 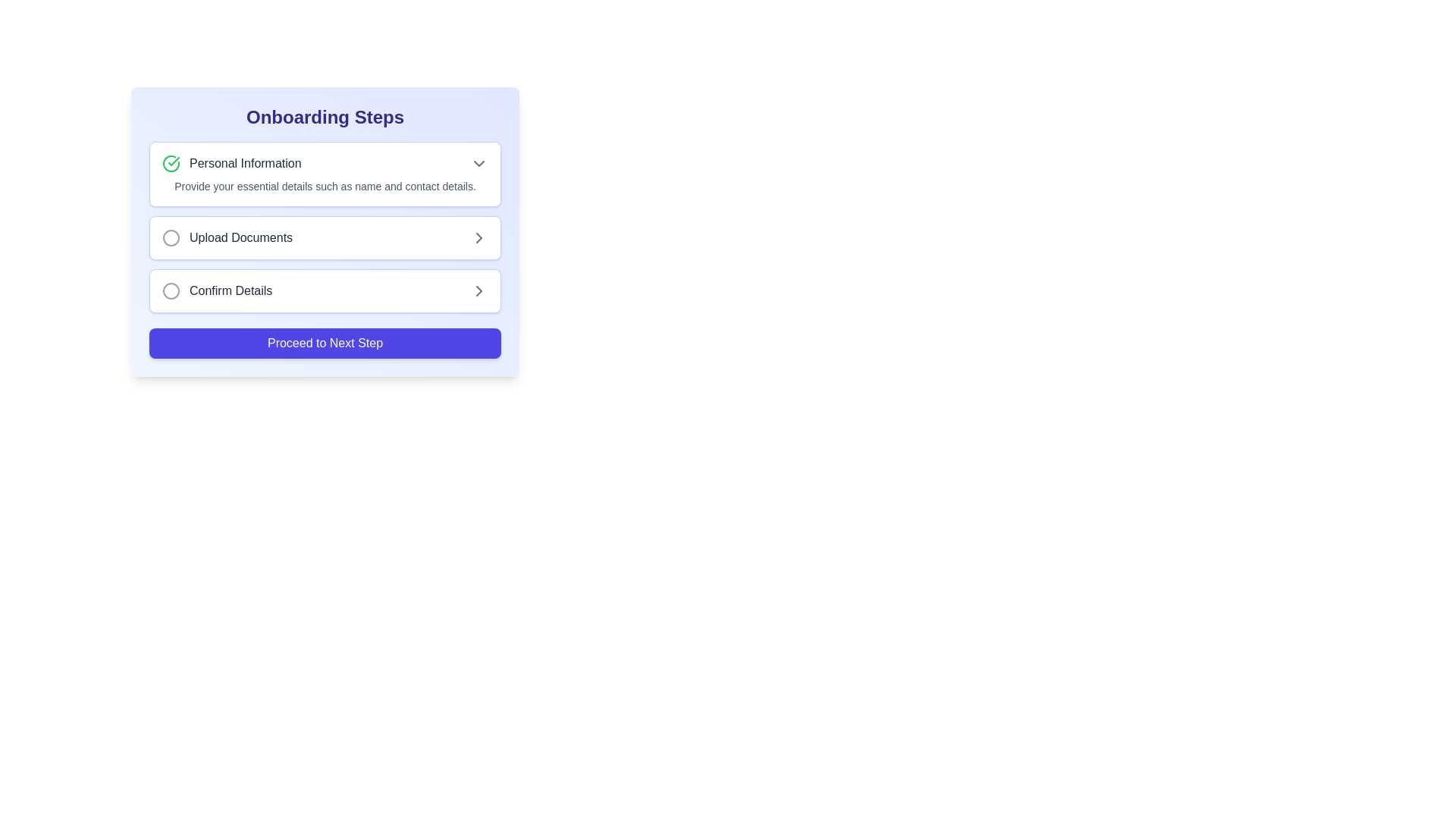 I want to click on the visual indicator icon that shows the completion of the 'Personal Information' section in the onboarding steps, which is positioned at the topmost part of the list aligned with the section title 'Personal Information', so click(x=171, y=164).